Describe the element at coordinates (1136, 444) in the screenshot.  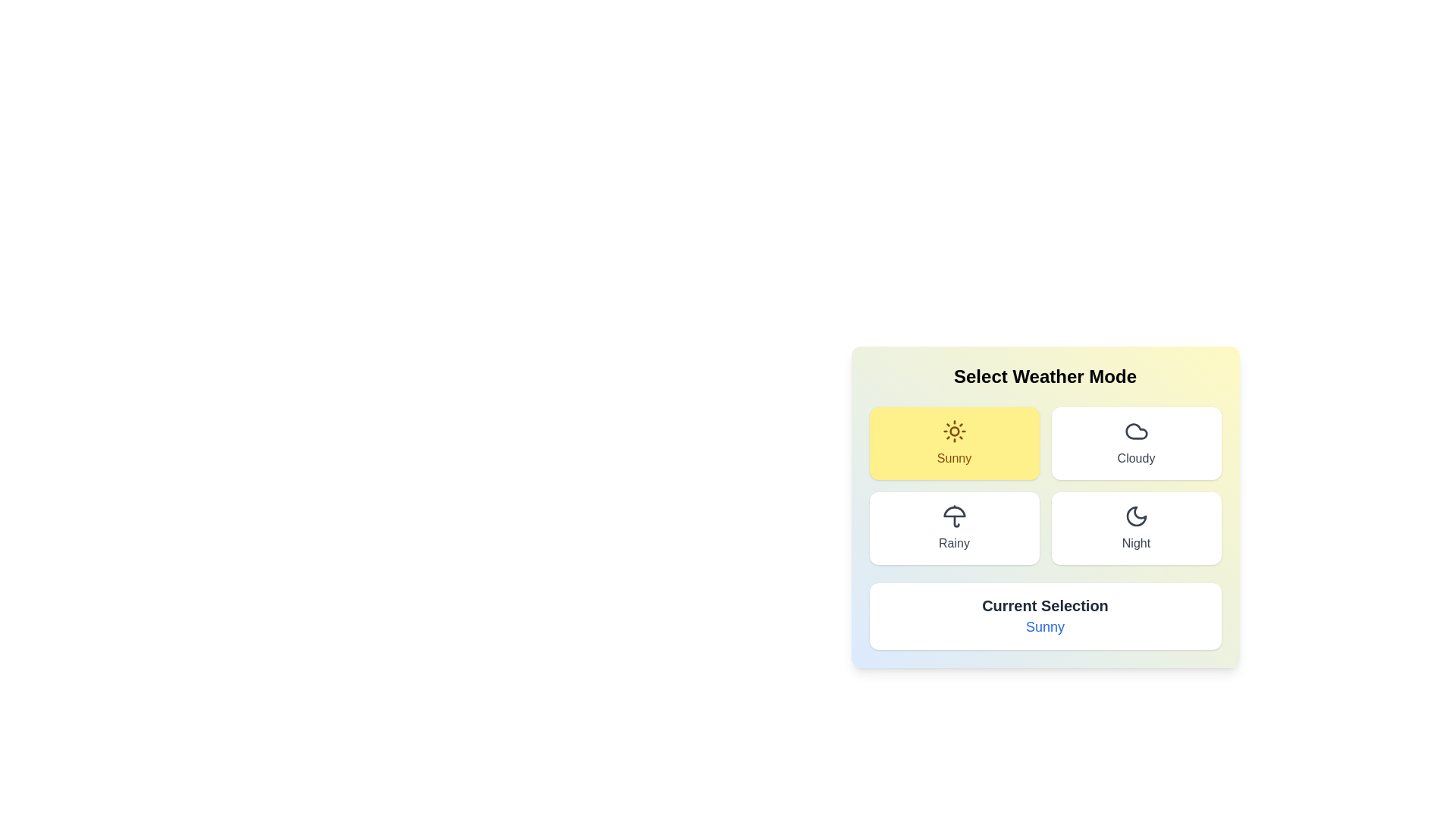
I see `the Cloudy button to select it` at that location.